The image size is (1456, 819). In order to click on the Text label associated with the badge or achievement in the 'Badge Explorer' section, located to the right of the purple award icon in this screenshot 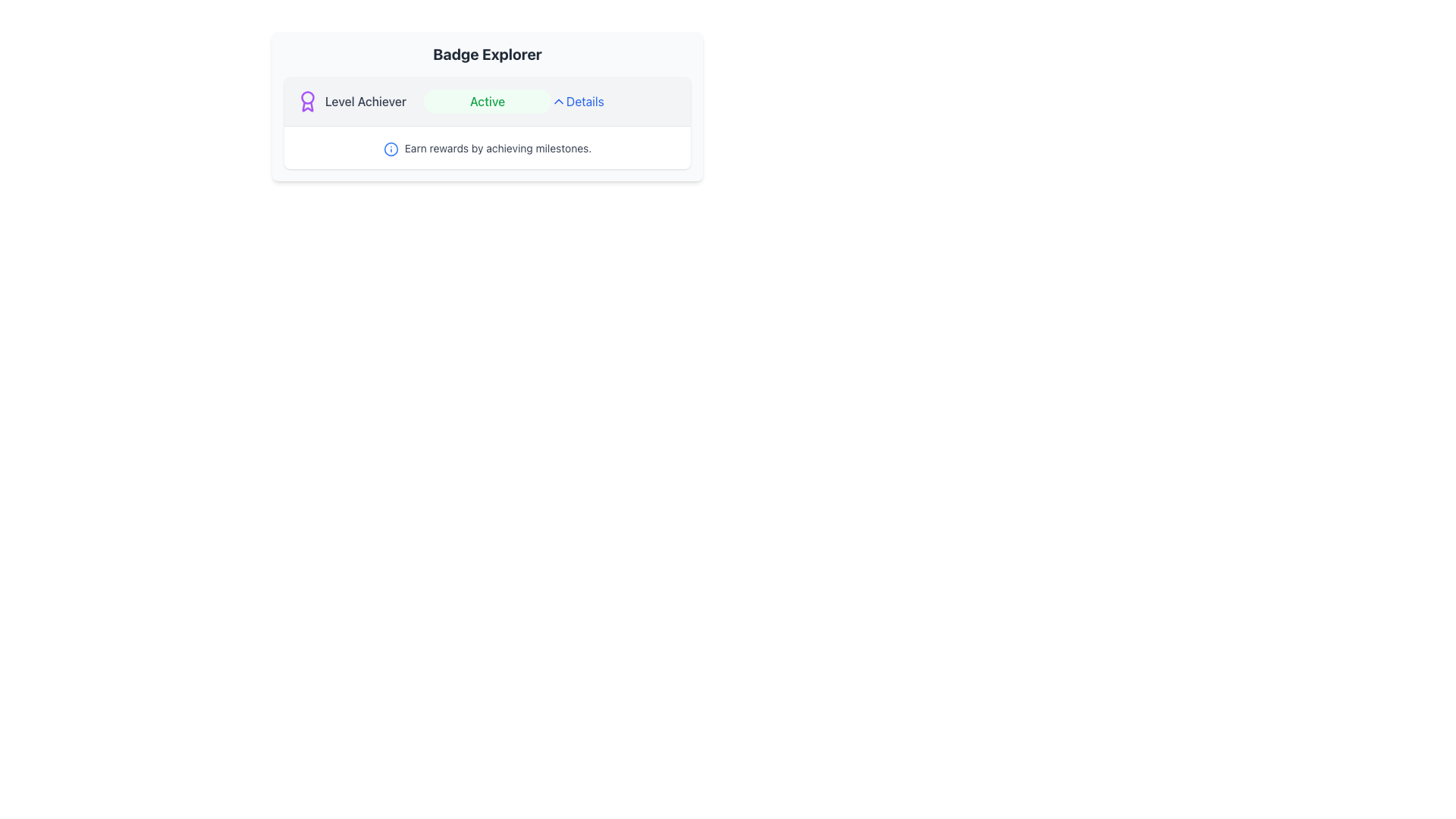, I will do `click(366, 102)`.